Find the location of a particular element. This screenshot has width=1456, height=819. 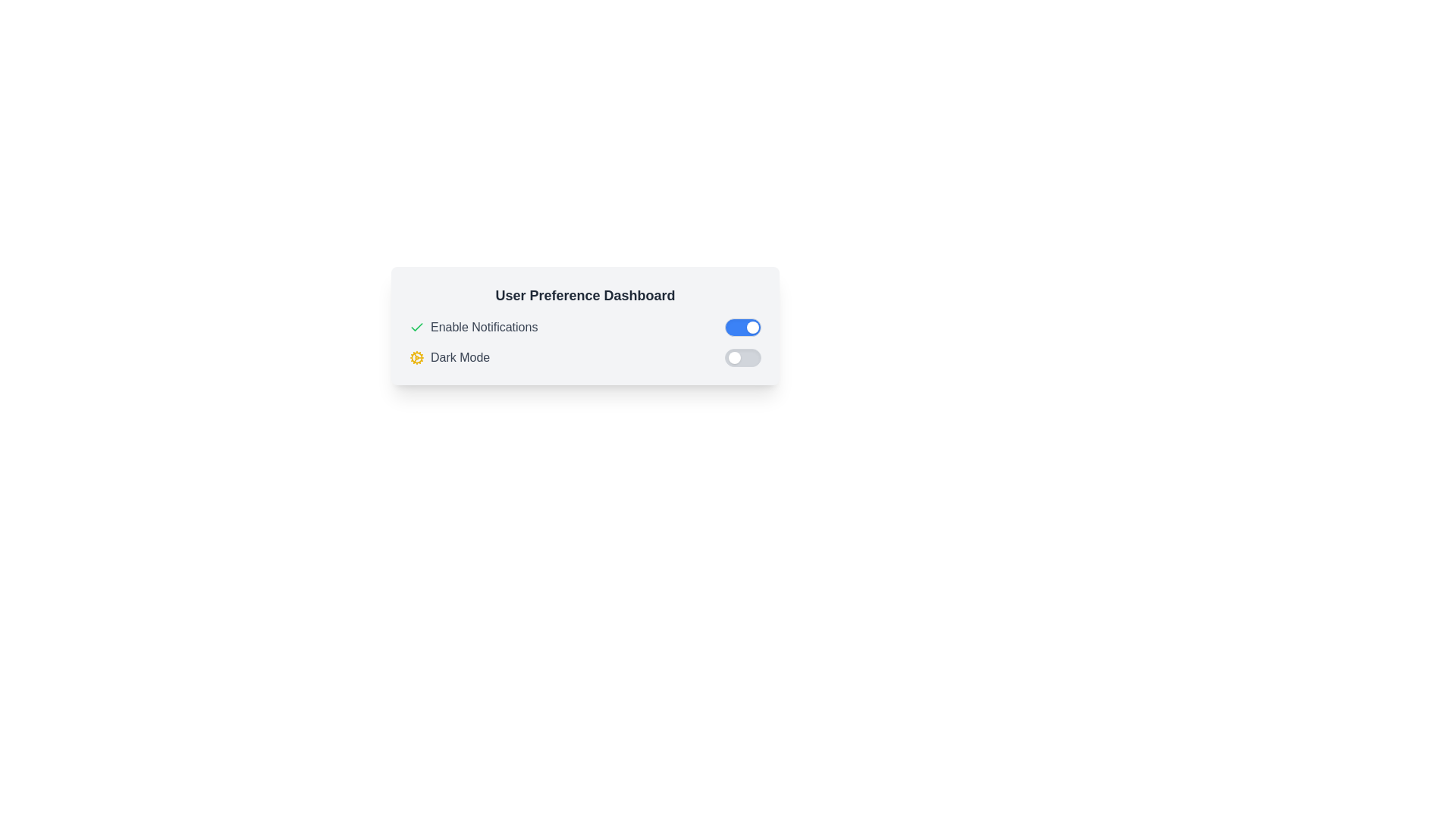

the descriptive text label for the toggle switch that informs users about enabling or disabling notifications is located at coordinates (483, 327).